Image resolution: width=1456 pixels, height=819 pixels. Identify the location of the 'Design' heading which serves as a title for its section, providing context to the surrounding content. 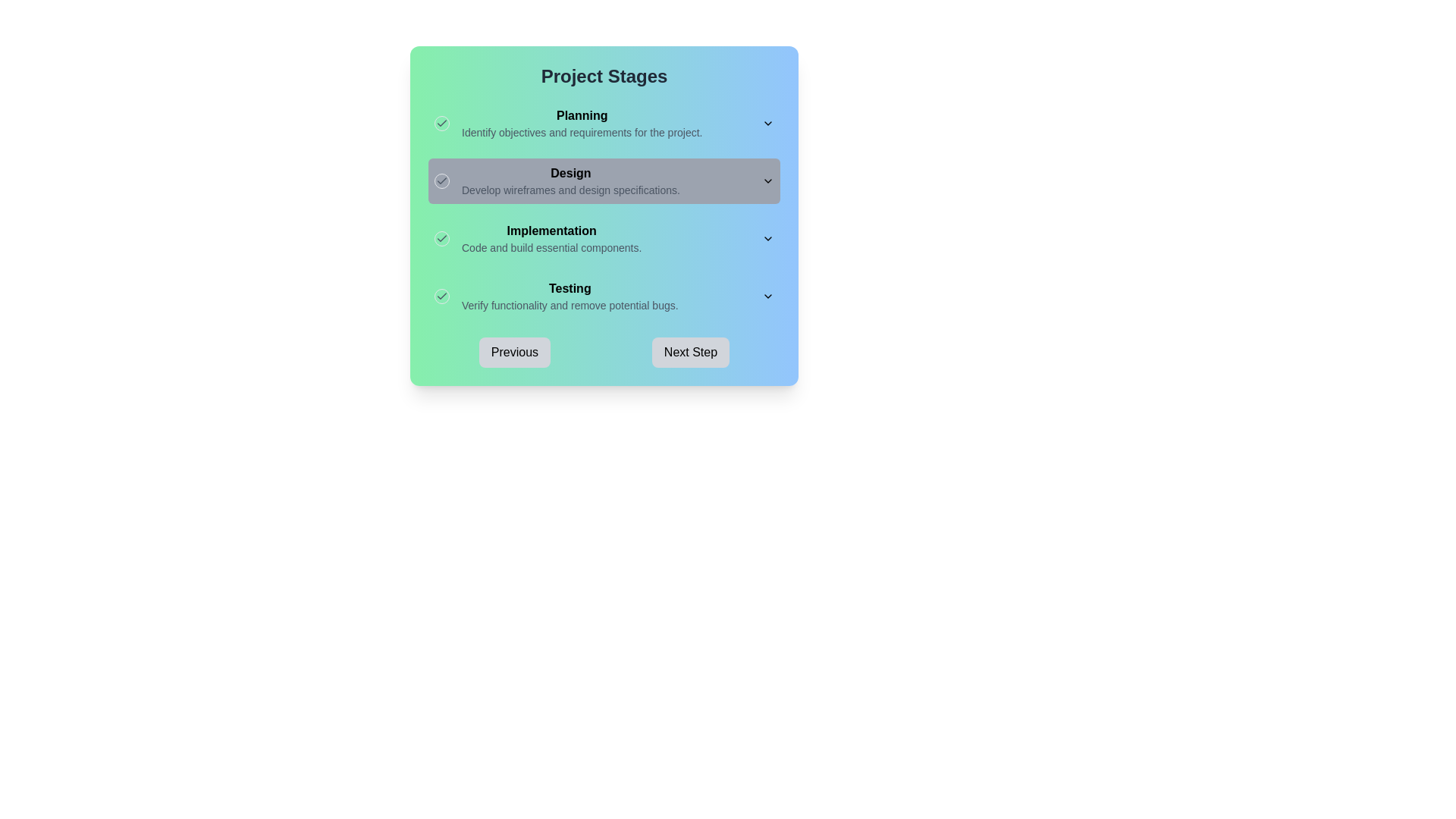
(570, 172).